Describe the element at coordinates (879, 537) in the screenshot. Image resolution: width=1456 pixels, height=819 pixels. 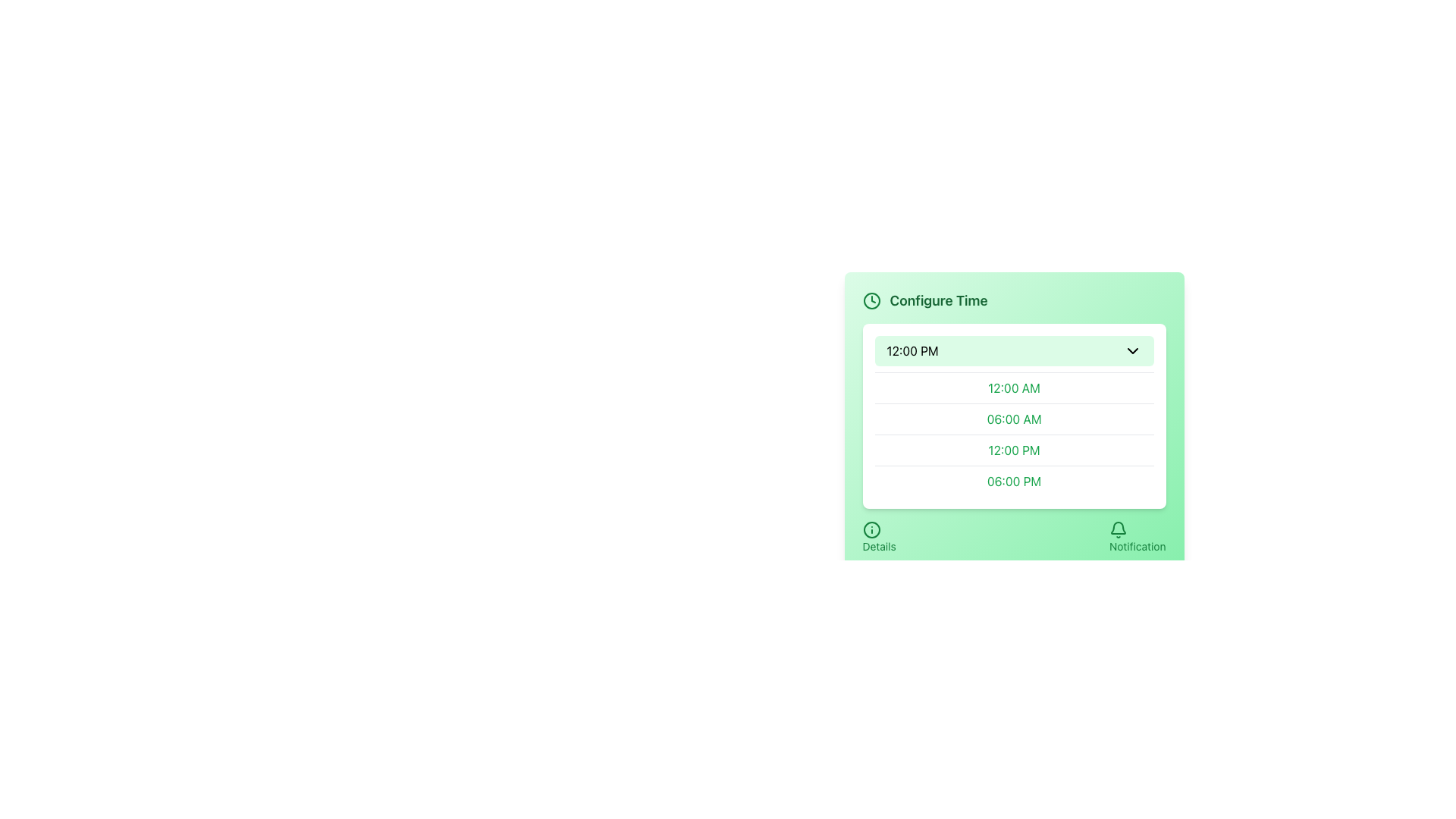
I see `the Information Button located at the lower-left corner of a light green panel` at that location.